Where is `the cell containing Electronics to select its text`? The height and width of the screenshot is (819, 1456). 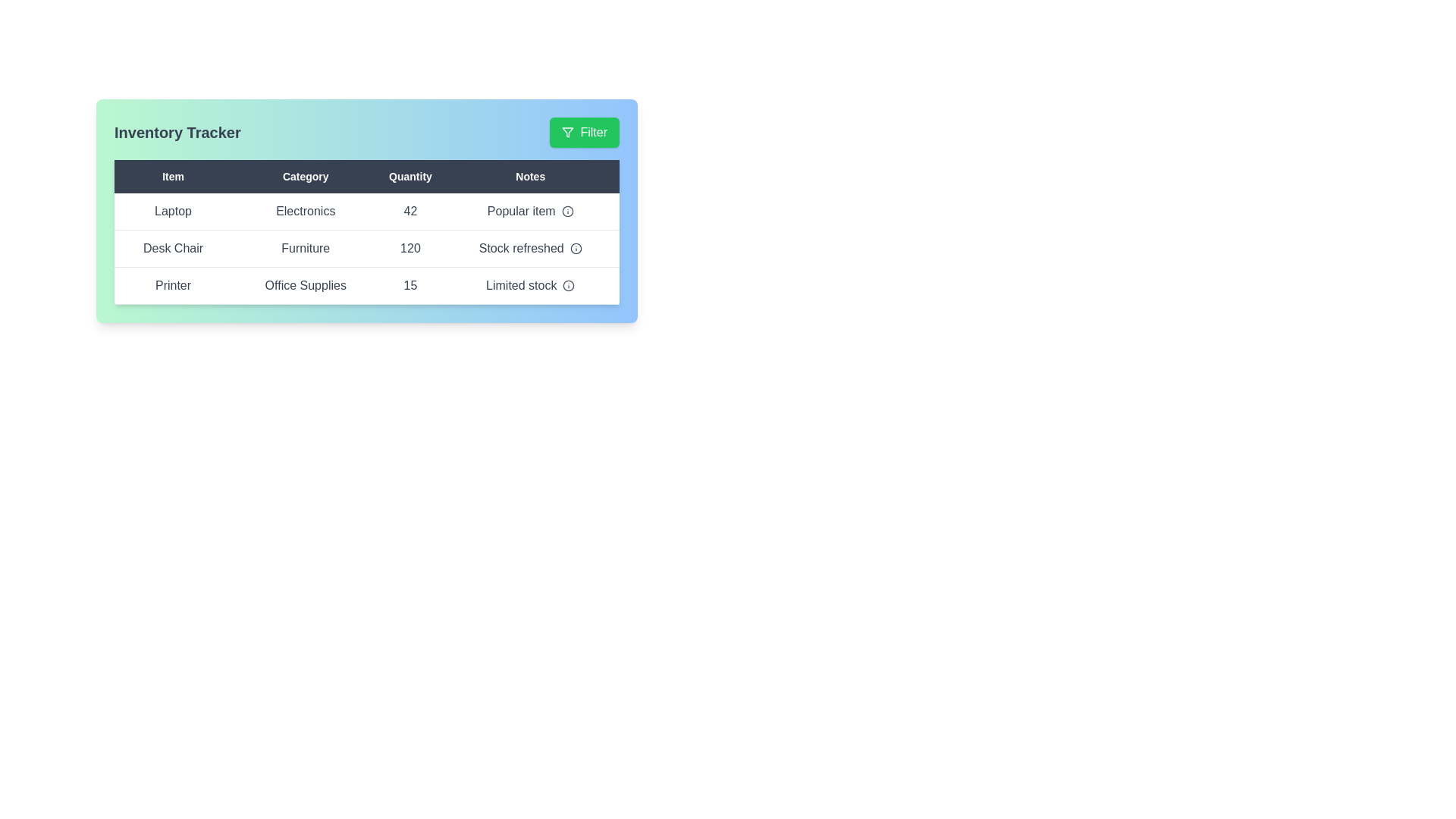
the cell containing Electronics to select its text is located at coordinates (305, 212).